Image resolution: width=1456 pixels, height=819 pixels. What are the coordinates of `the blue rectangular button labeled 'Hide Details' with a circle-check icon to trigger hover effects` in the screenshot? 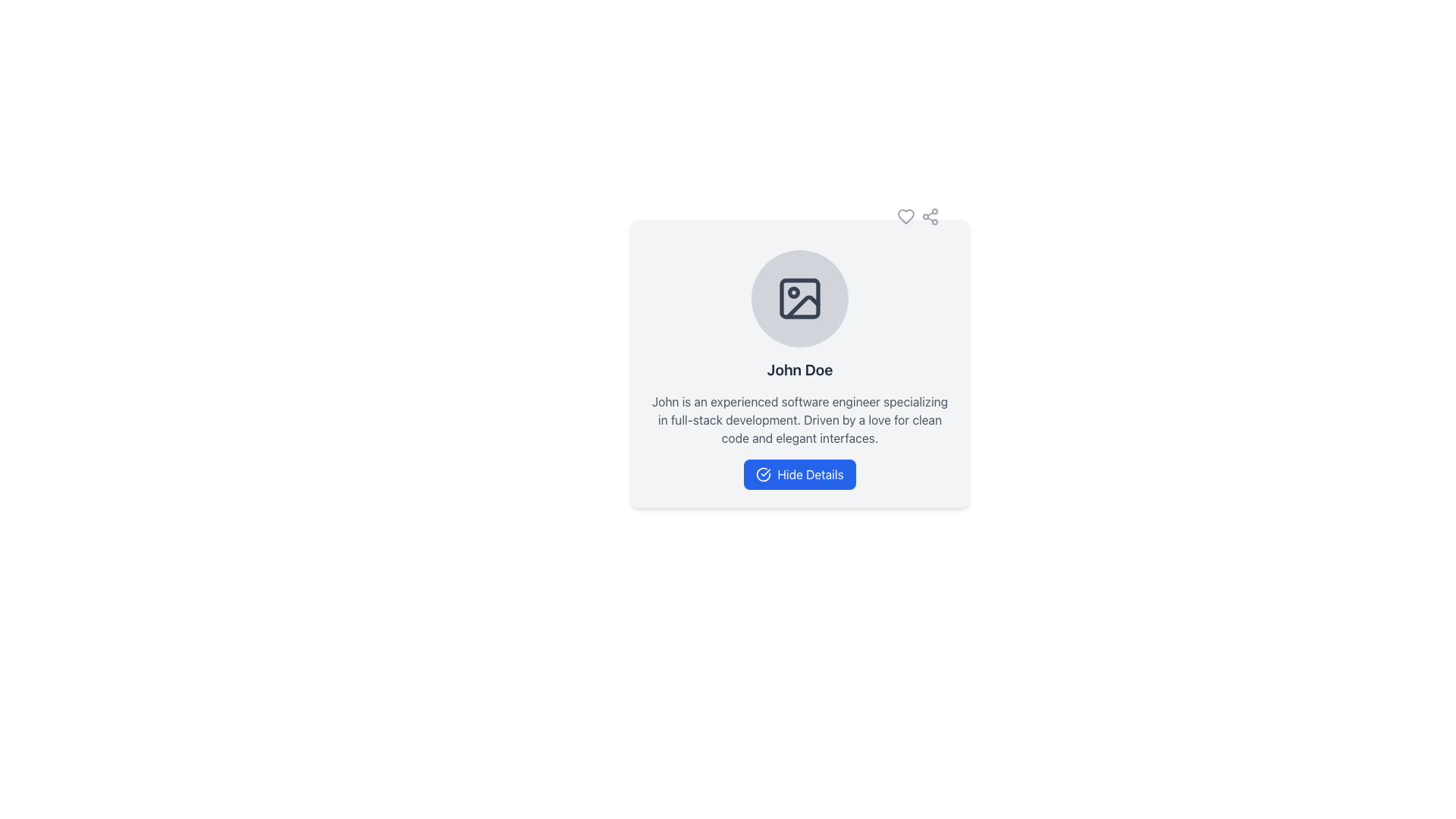 It's located at (799, 473).